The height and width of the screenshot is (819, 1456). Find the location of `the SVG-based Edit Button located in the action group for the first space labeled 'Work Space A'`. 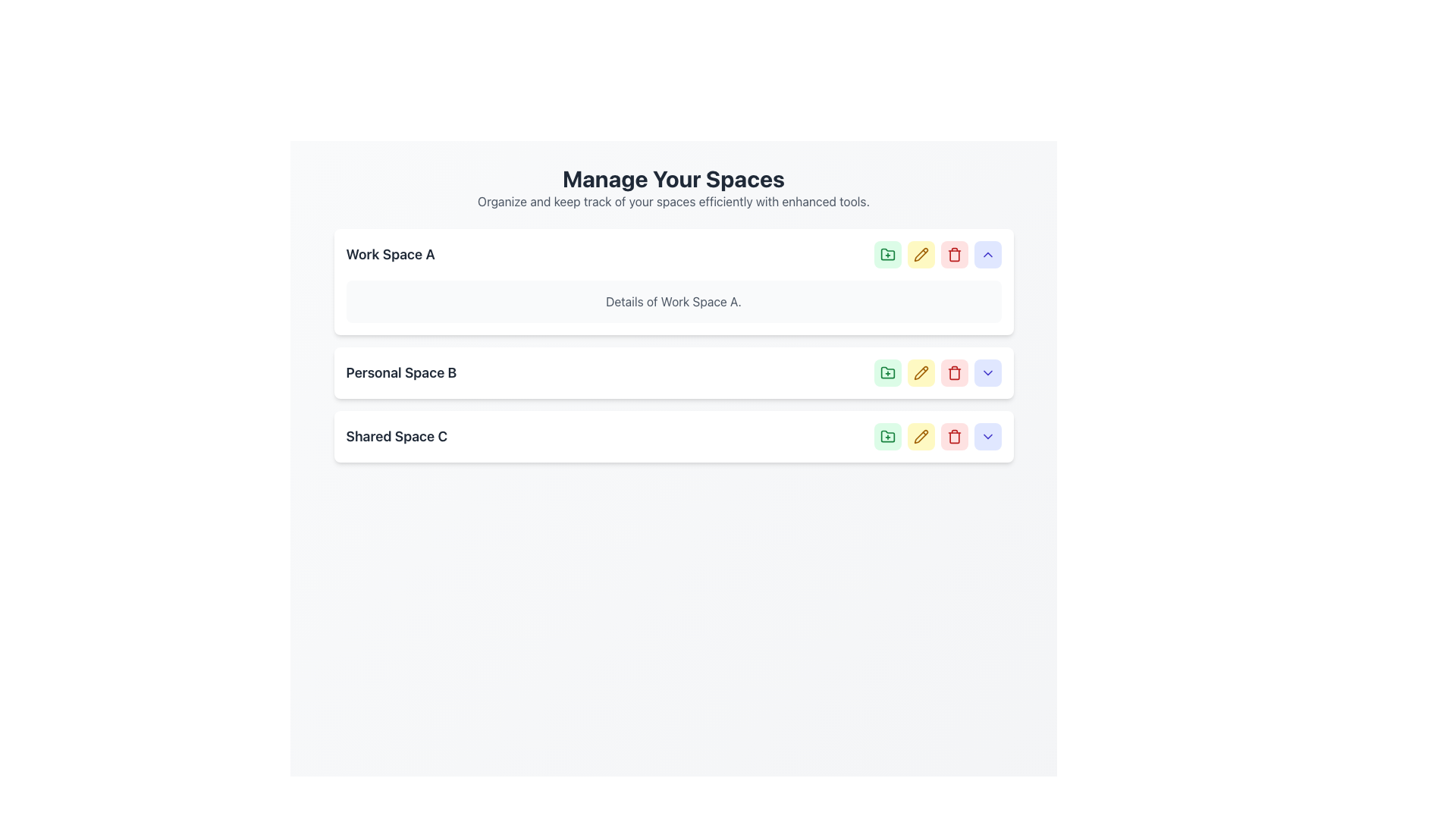

the SVG-based Edit Button located in the action group for the first space labeled 'Work Space A' is located at coordinates (920, 253).